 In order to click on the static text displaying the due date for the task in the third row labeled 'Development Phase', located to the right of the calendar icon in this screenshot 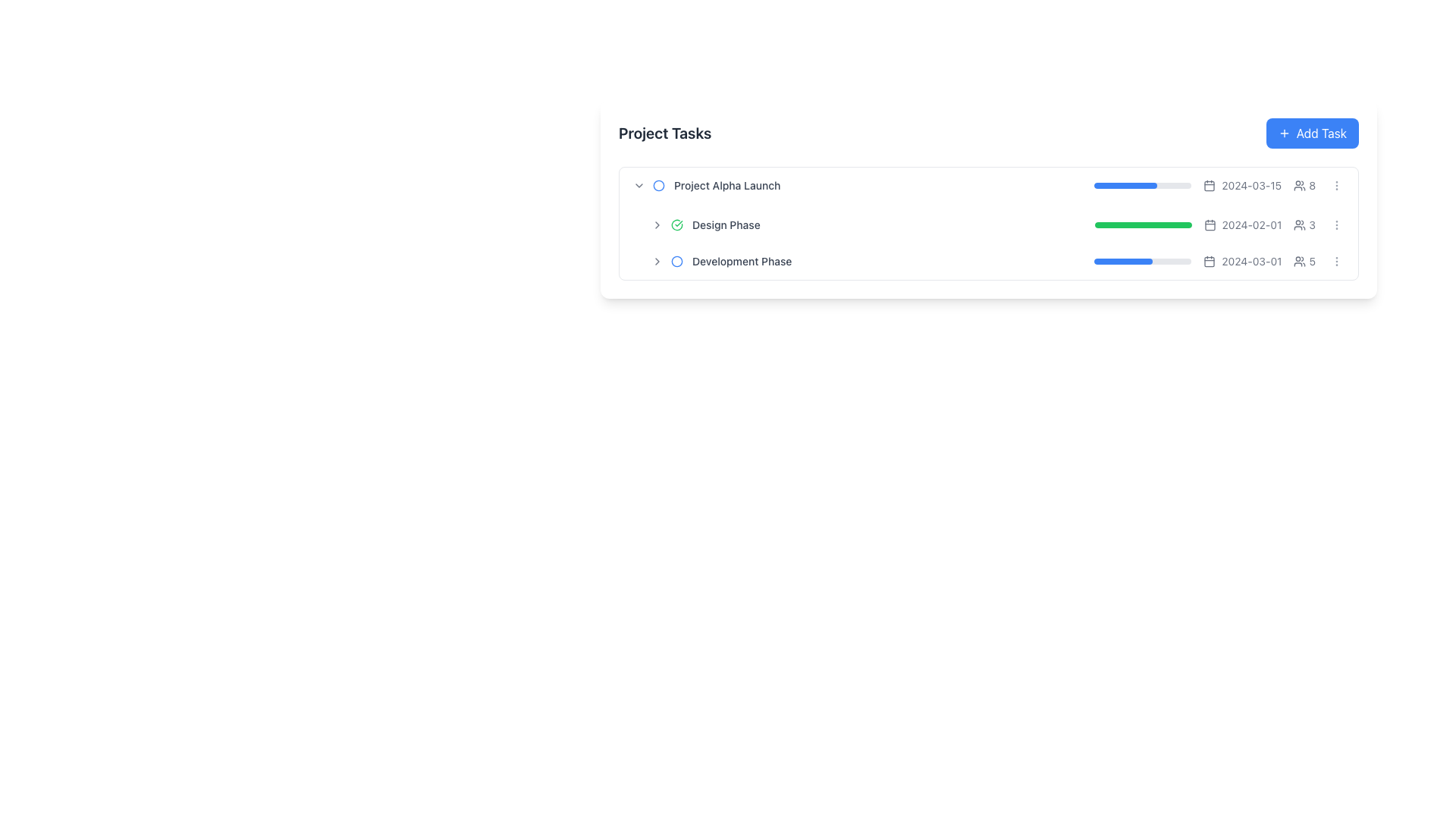, I will do `click(1251, 260)`.